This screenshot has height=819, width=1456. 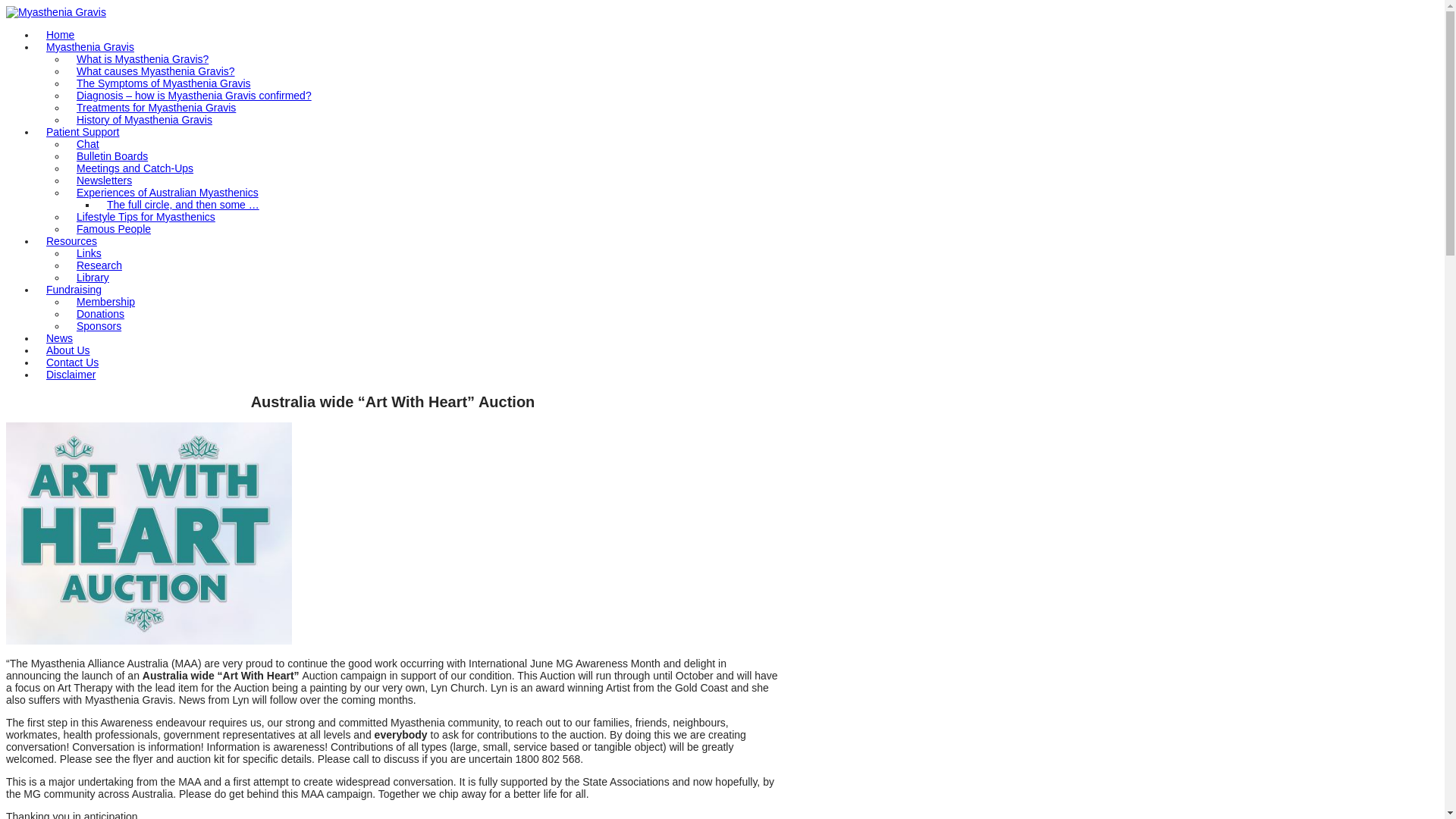 What do you see at coordinates (36, 350) in the screenshot?
I see `'About Us'` at bounding box center [36, 350].